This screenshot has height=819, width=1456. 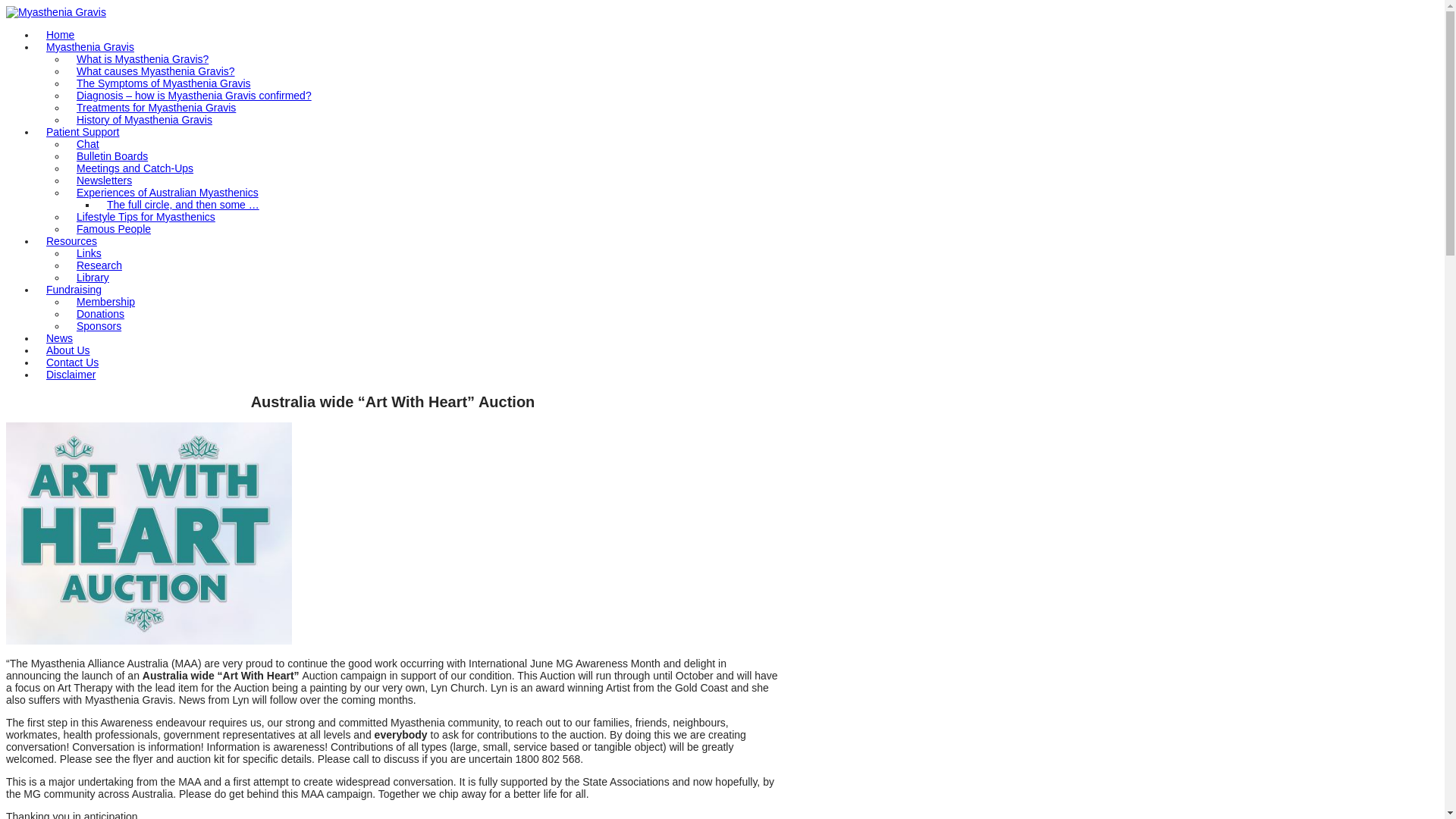 What do you see at coordinates (36, 350) in the screenshot?
I see `'About Us'` at bounding box center [36, 350].